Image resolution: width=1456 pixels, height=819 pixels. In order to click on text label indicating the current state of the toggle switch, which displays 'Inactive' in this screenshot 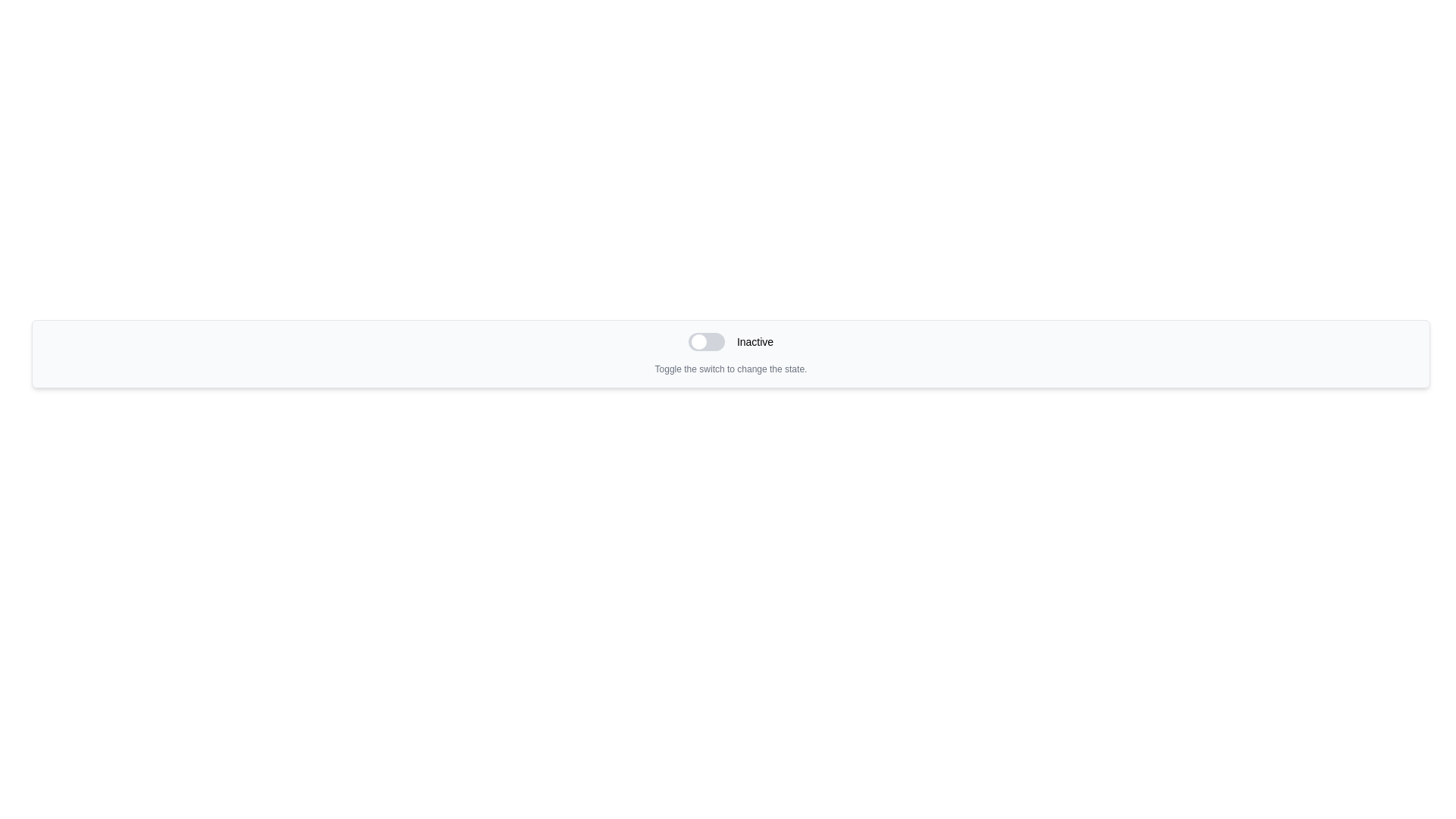, I will do `click(731, 342)`.